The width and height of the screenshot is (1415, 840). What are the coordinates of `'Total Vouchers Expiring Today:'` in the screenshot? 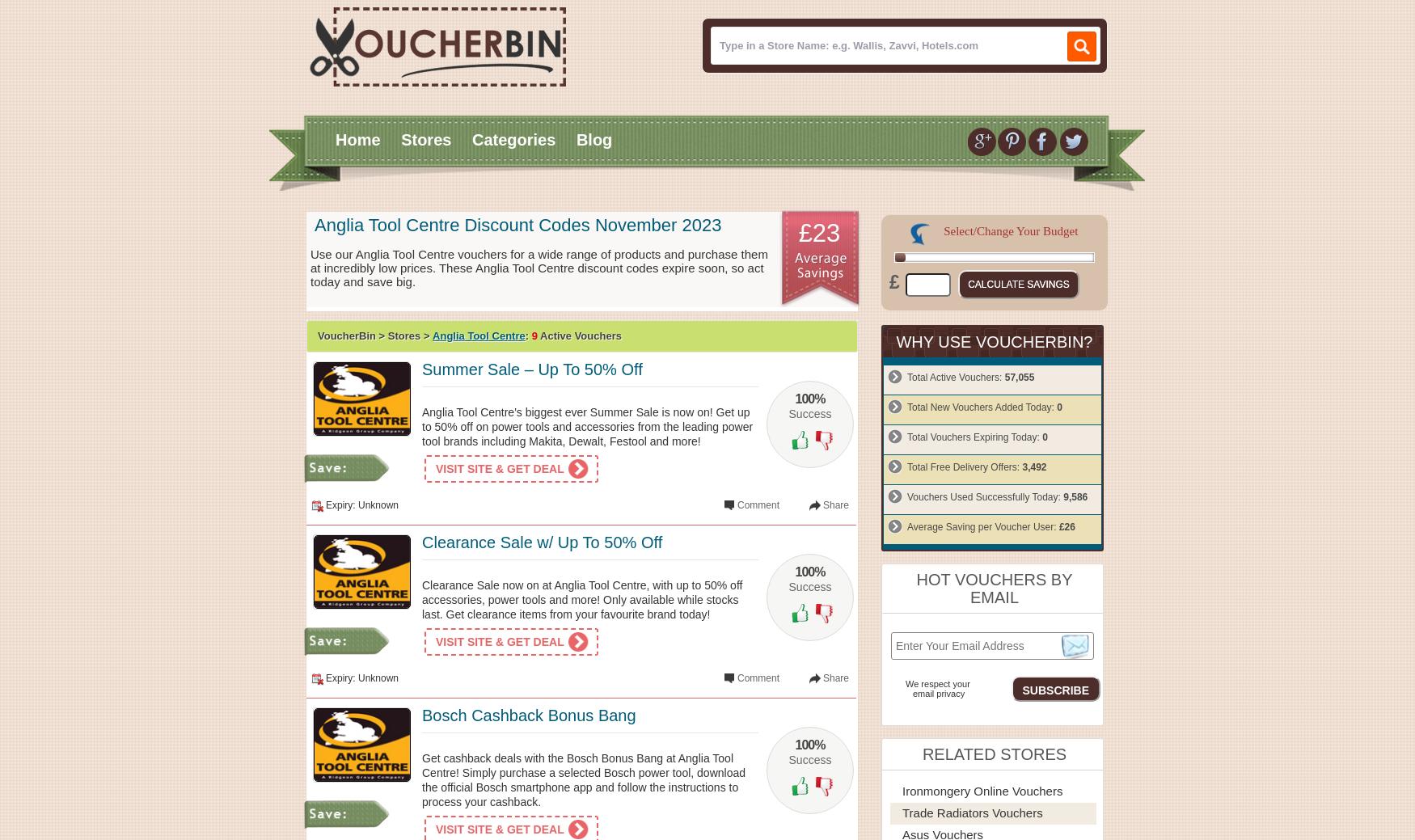 It's located at (974, 437).